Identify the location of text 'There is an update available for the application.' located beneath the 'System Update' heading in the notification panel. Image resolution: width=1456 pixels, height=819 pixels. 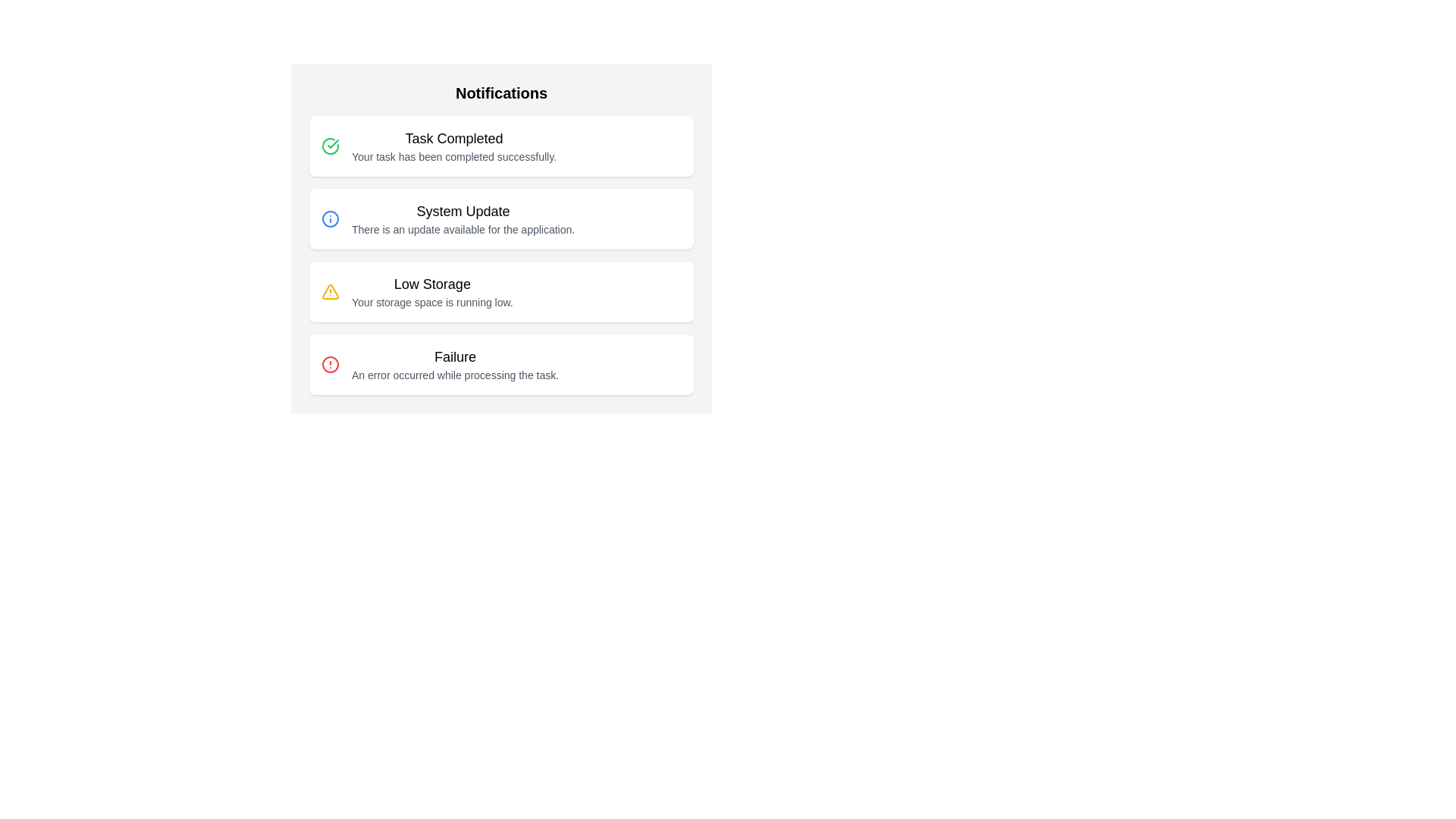
(463, 230).